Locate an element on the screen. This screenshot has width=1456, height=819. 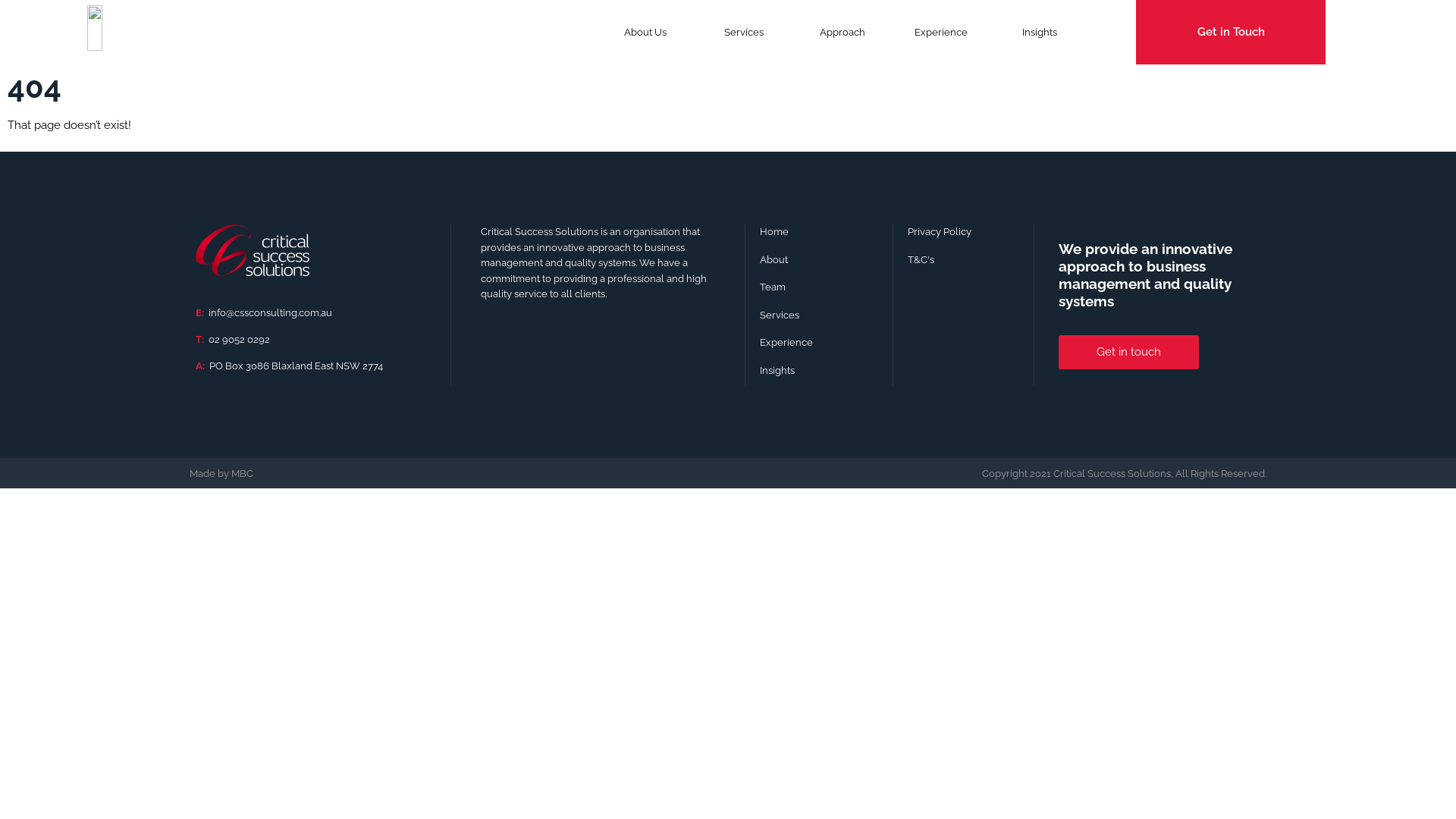
'Approach' is located at coordinates (792, 32).